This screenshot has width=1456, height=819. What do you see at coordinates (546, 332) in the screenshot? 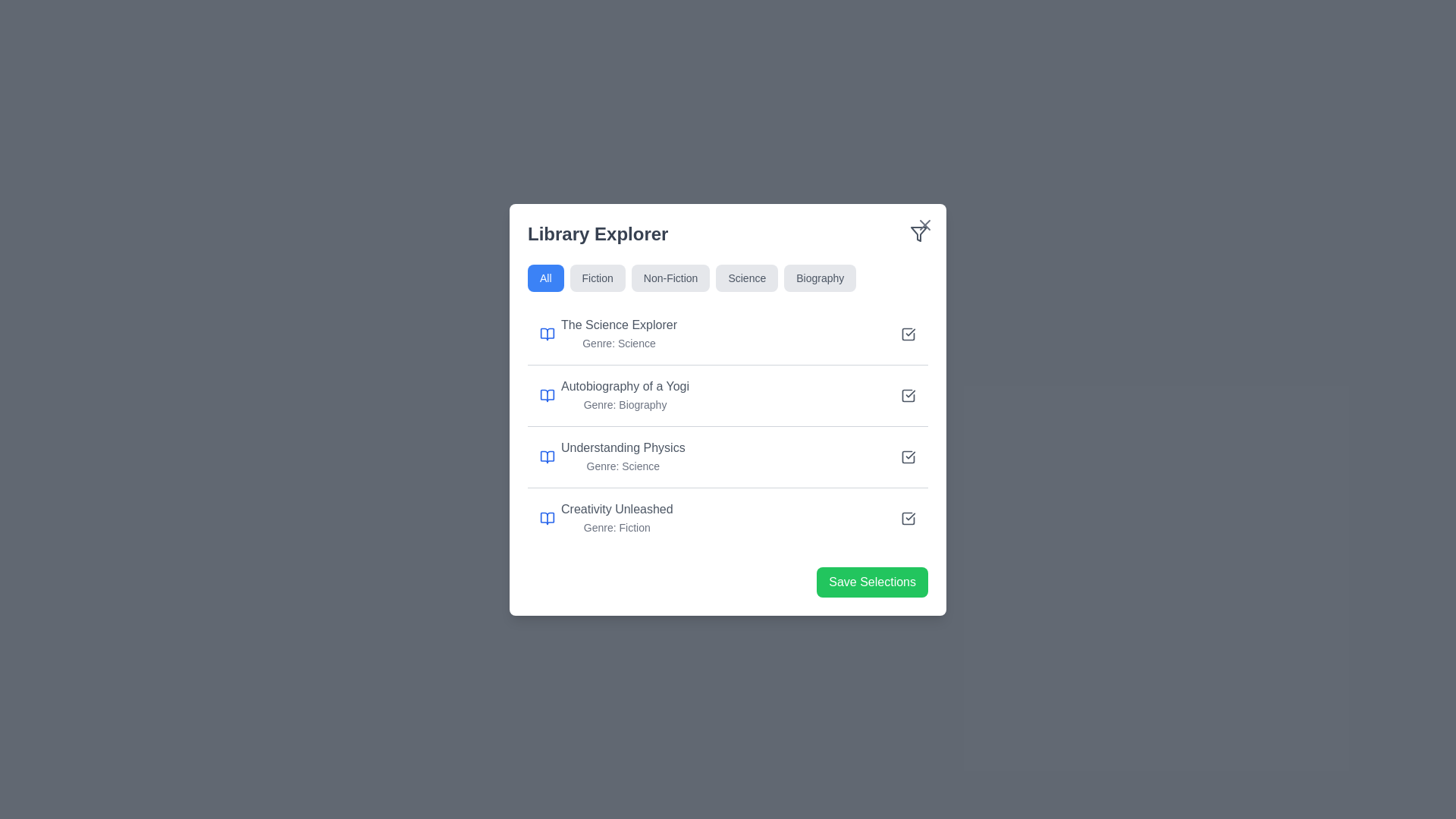
I see `the book icon representing 'The Science Explorer' located in the 'Library Explorer' section, next to the label 'The Science Explorer.'` at bounding box center [546, 332].